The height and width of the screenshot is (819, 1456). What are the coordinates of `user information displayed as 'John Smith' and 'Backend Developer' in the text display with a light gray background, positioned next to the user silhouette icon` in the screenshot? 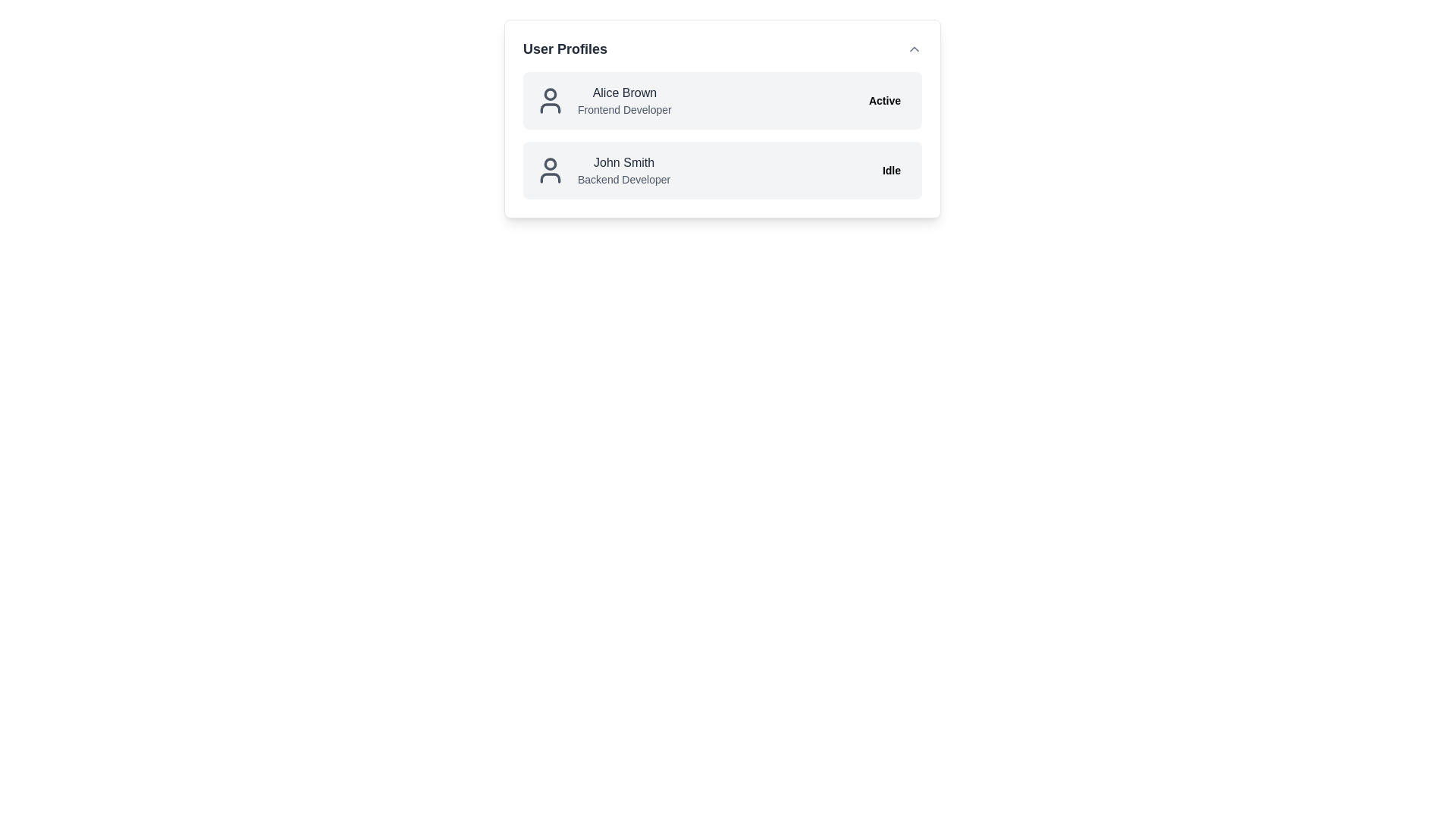 It's located at (624, 170).